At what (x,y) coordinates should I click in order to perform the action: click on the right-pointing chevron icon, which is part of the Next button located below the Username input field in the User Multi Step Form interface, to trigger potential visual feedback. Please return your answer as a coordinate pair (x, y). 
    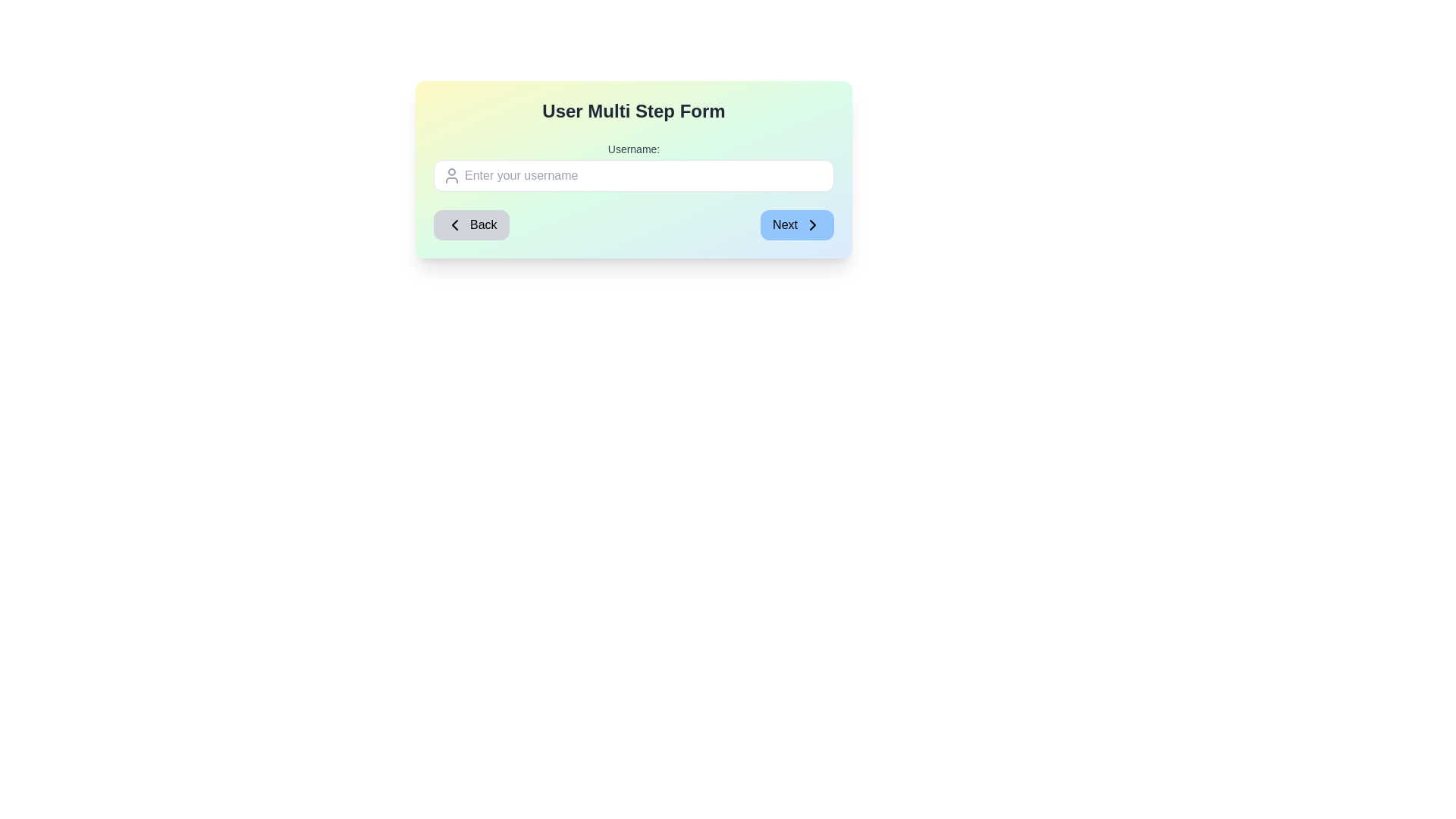
    Looking at the image, I should click on (811, 225).